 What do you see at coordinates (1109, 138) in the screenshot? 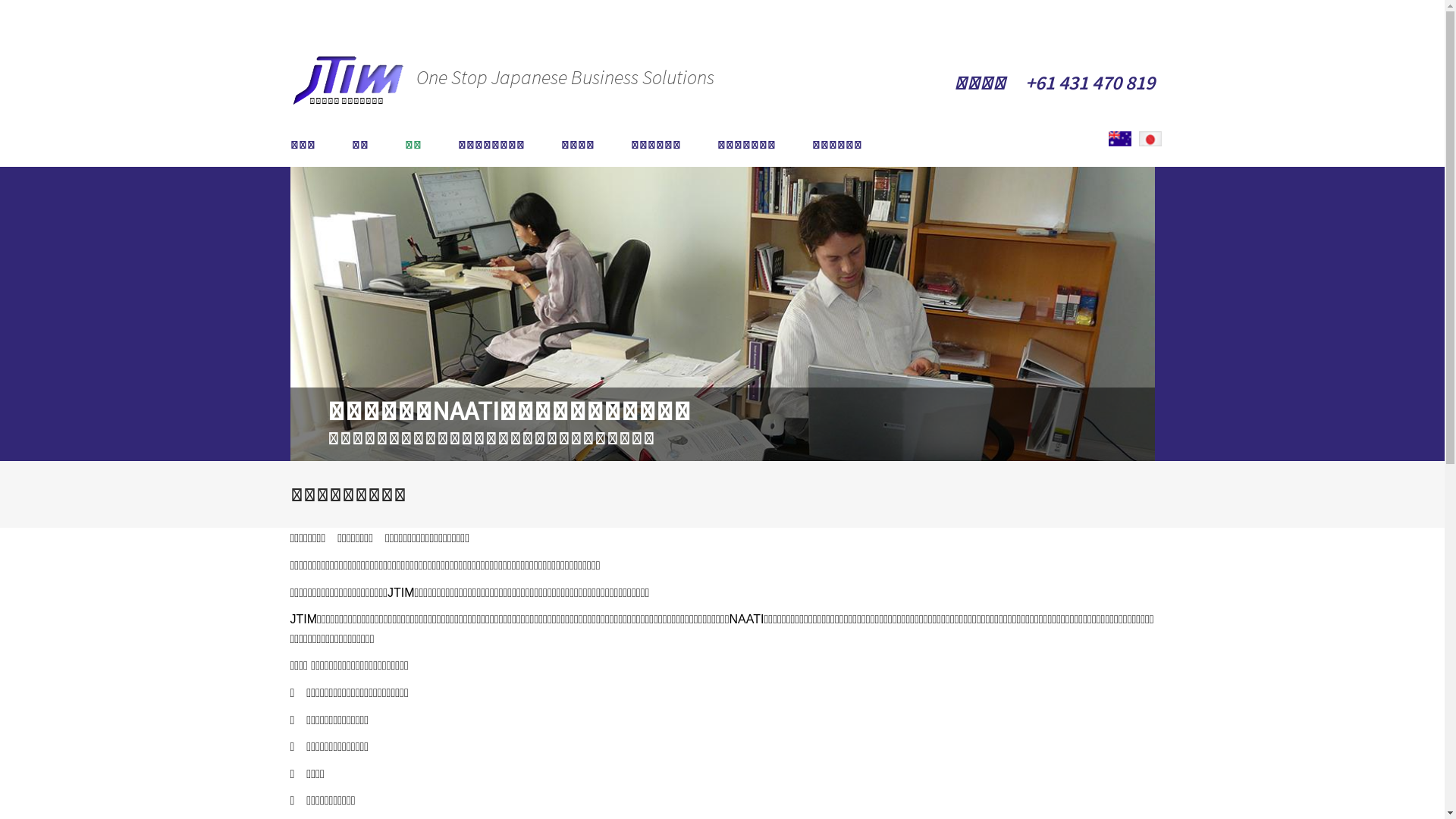
I see `'English'` at bounding box center [1109, 138].